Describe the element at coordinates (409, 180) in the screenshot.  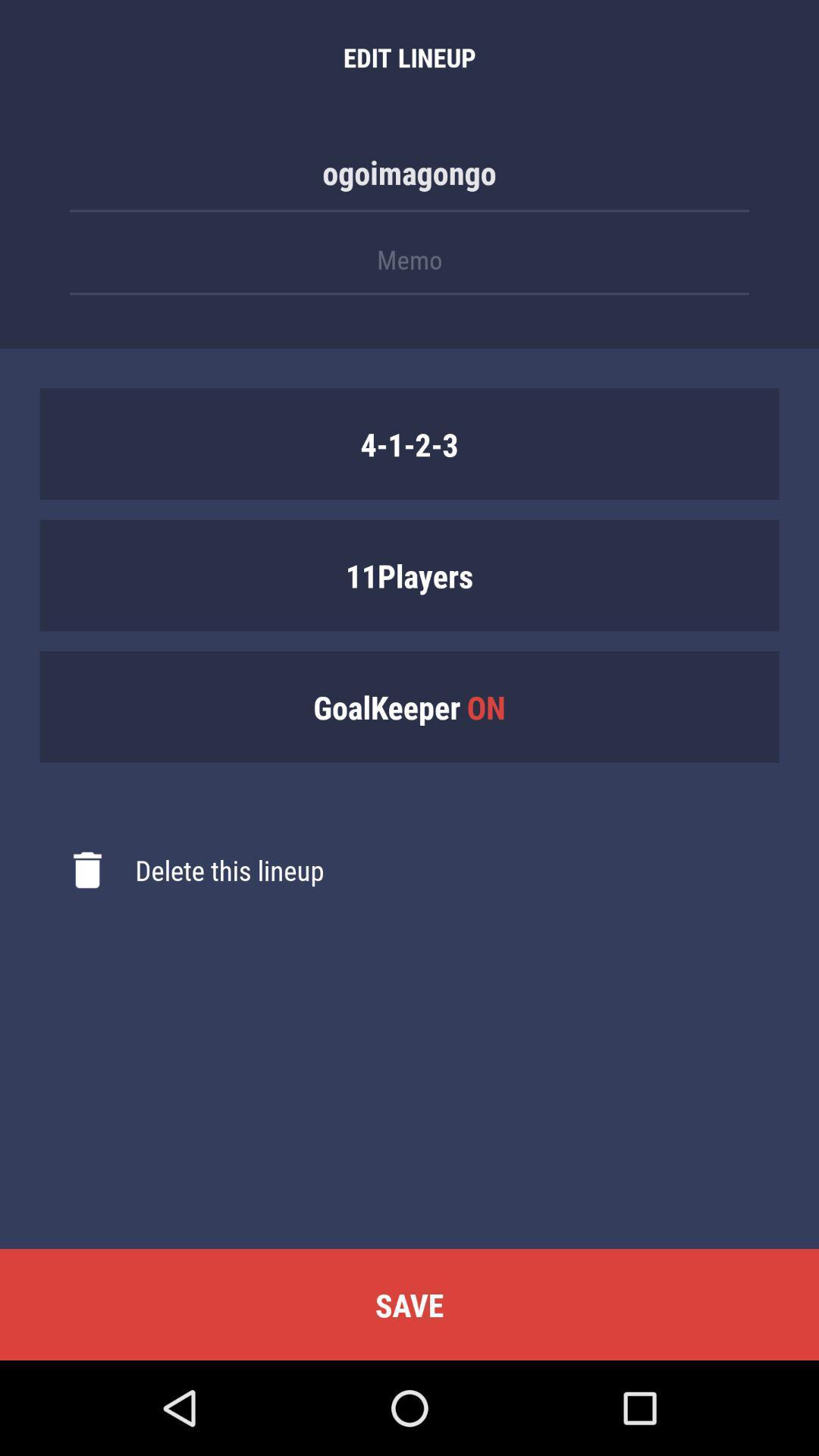
I see `the ogoimagongo item` at that location.